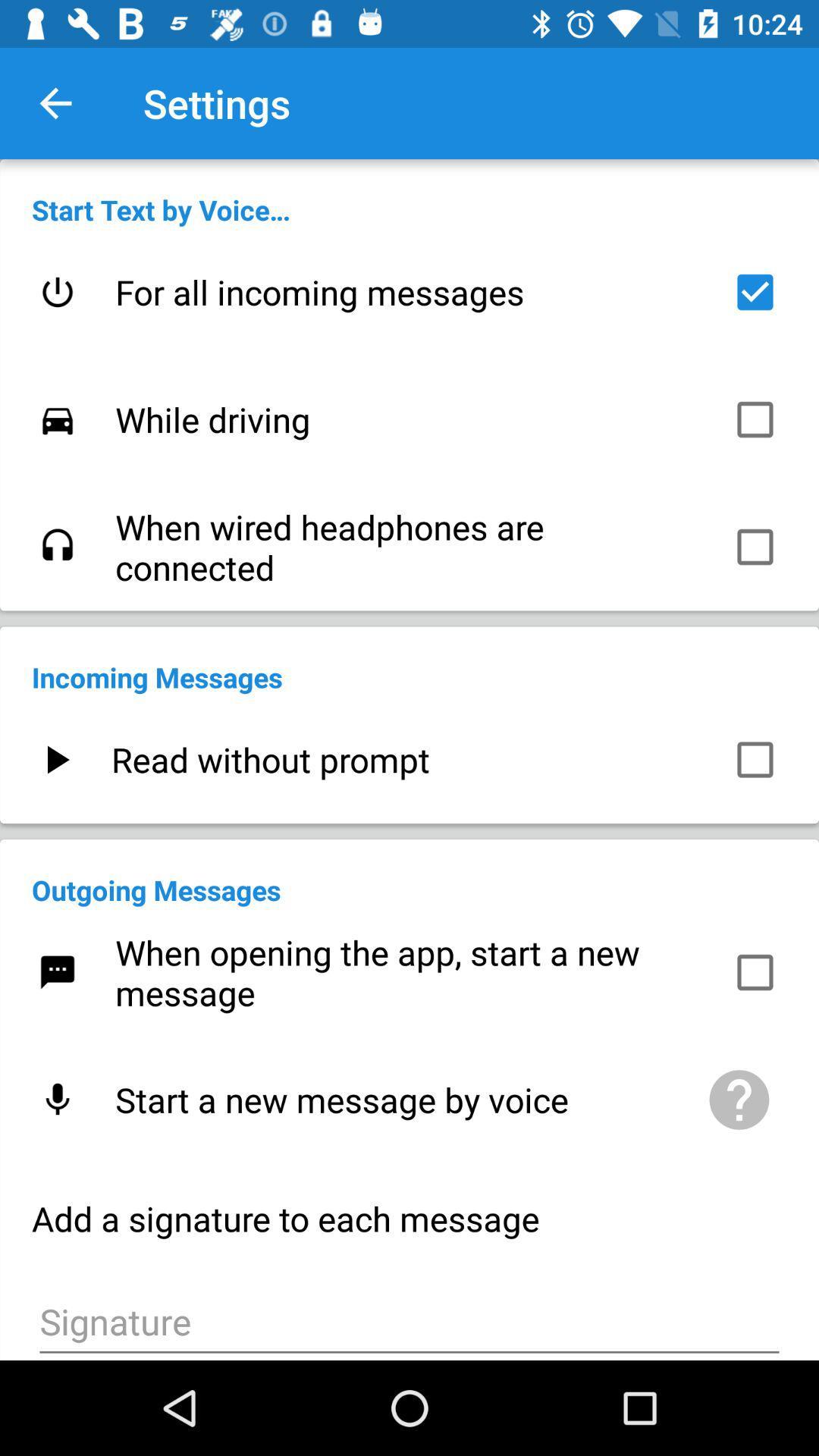 The image size is (819, 1456). I want to click on item to the left of settings, so click(55, 102).